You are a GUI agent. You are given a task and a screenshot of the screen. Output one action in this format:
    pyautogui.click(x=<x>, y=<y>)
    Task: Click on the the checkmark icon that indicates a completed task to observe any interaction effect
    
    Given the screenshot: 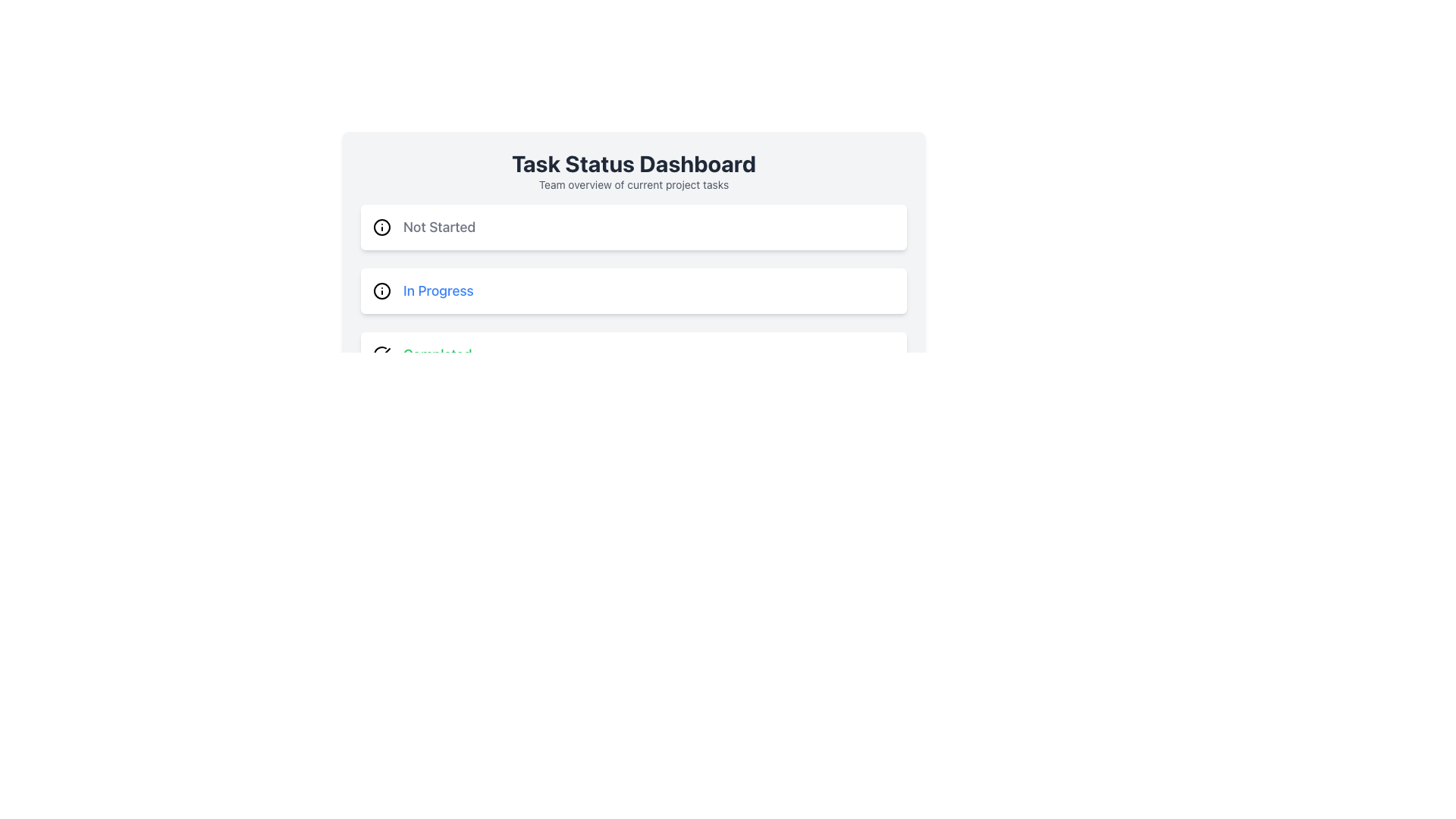 What is the action you would take?
    pyautogui.click(x=382, y=354)
    